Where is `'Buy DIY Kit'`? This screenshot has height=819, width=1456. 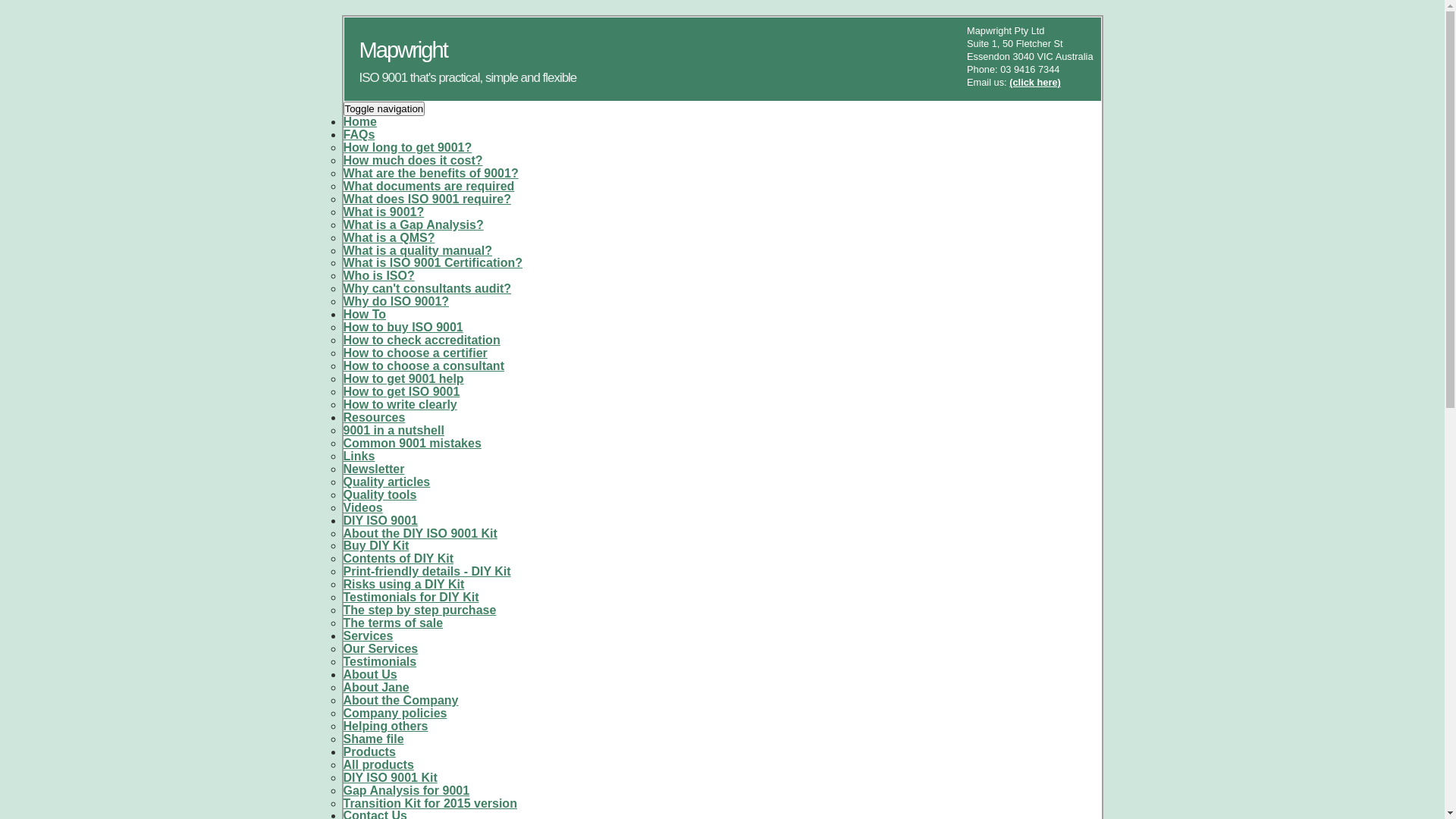
'Buy DIY Kit' is located at coordinates (341, 544).